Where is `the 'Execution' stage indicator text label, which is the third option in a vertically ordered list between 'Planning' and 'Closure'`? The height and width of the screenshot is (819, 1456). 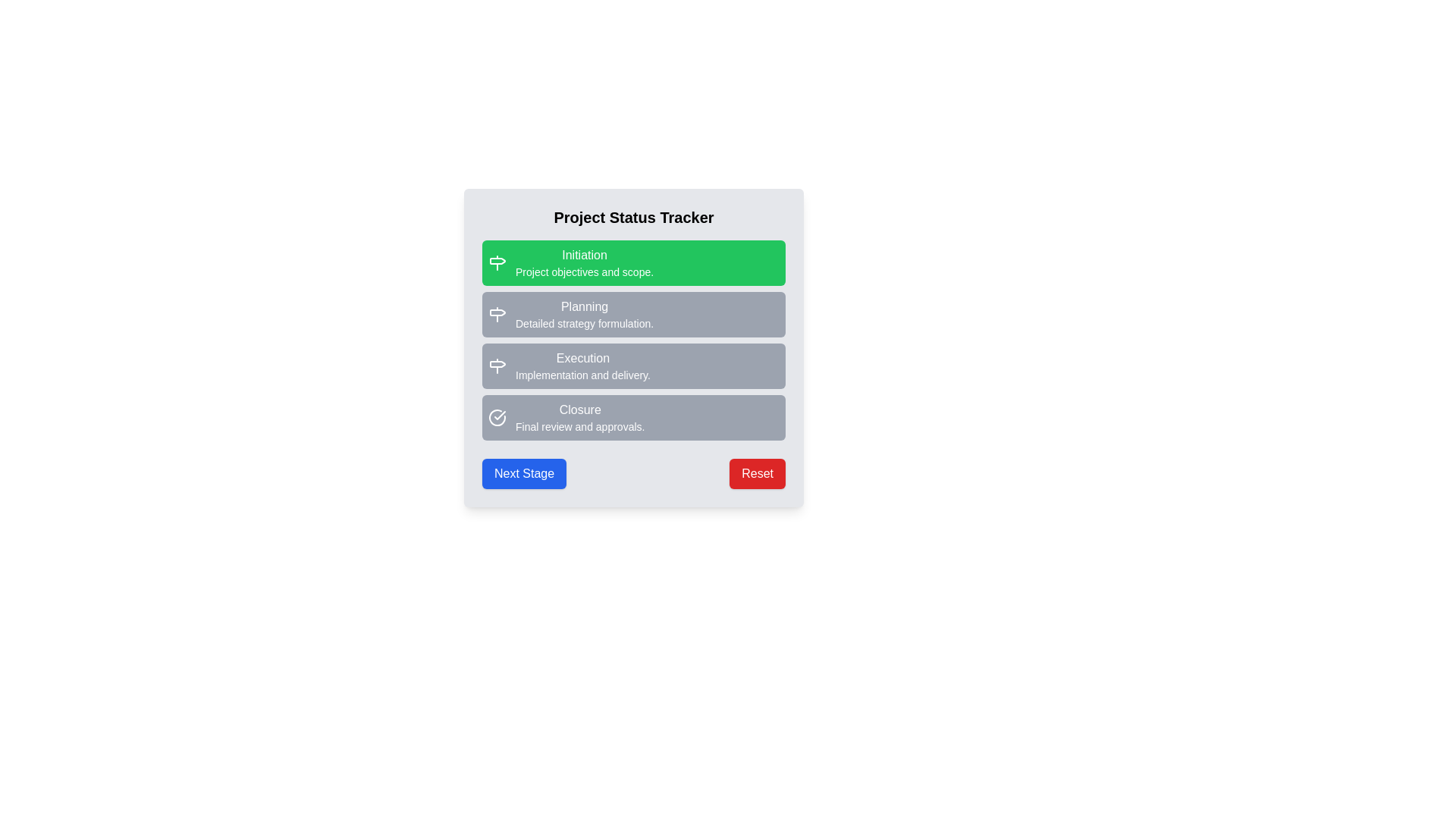
the 'Execution' stage indicator text label, which is the third option in a vertically ordered list between 'Planning' and 'Closure' is located at coordinates (582, 366).